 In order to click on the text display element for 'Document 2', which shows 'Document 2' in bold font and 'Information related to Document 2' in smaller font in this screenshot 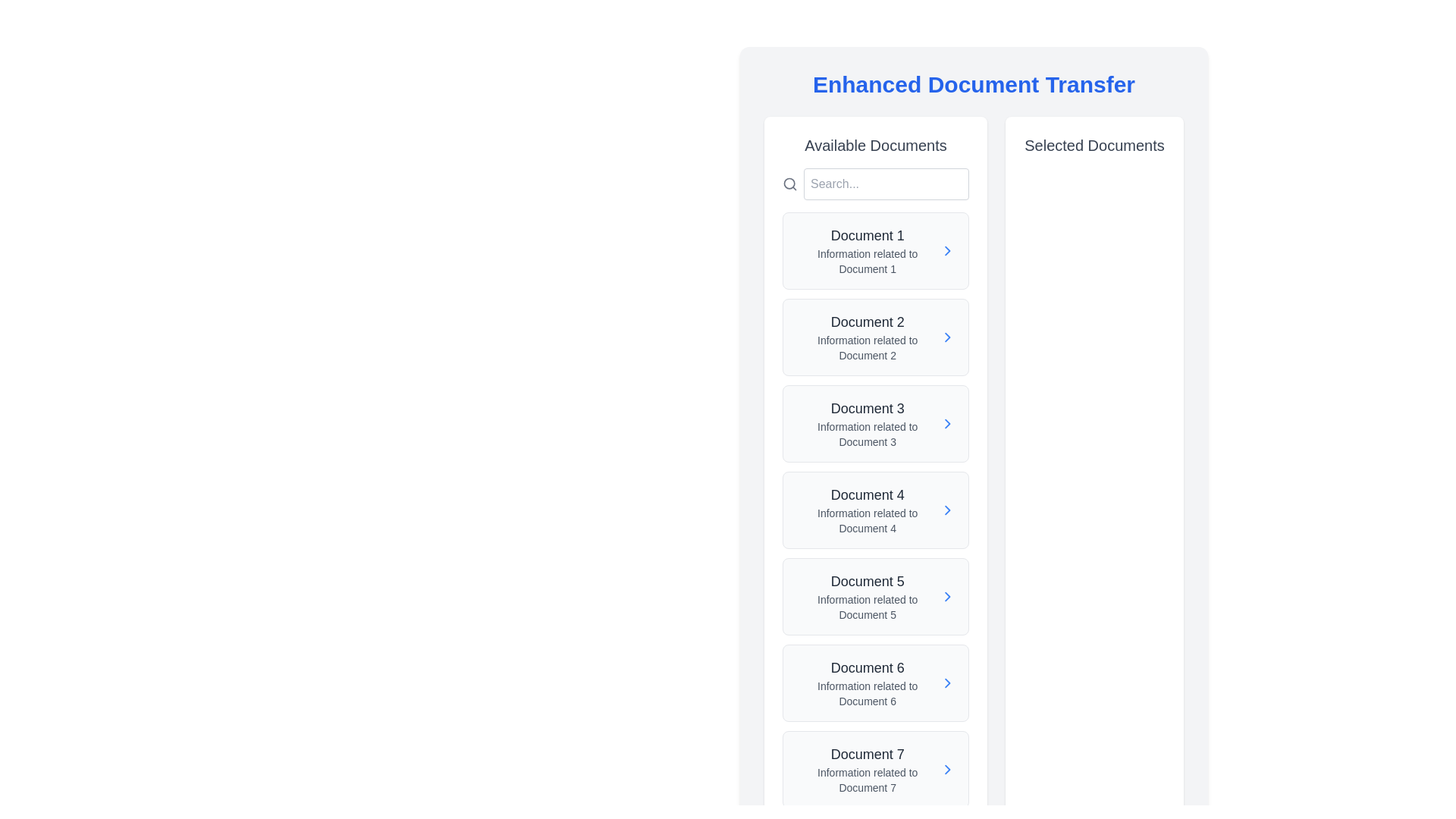, I will do `click(868, 336)`.